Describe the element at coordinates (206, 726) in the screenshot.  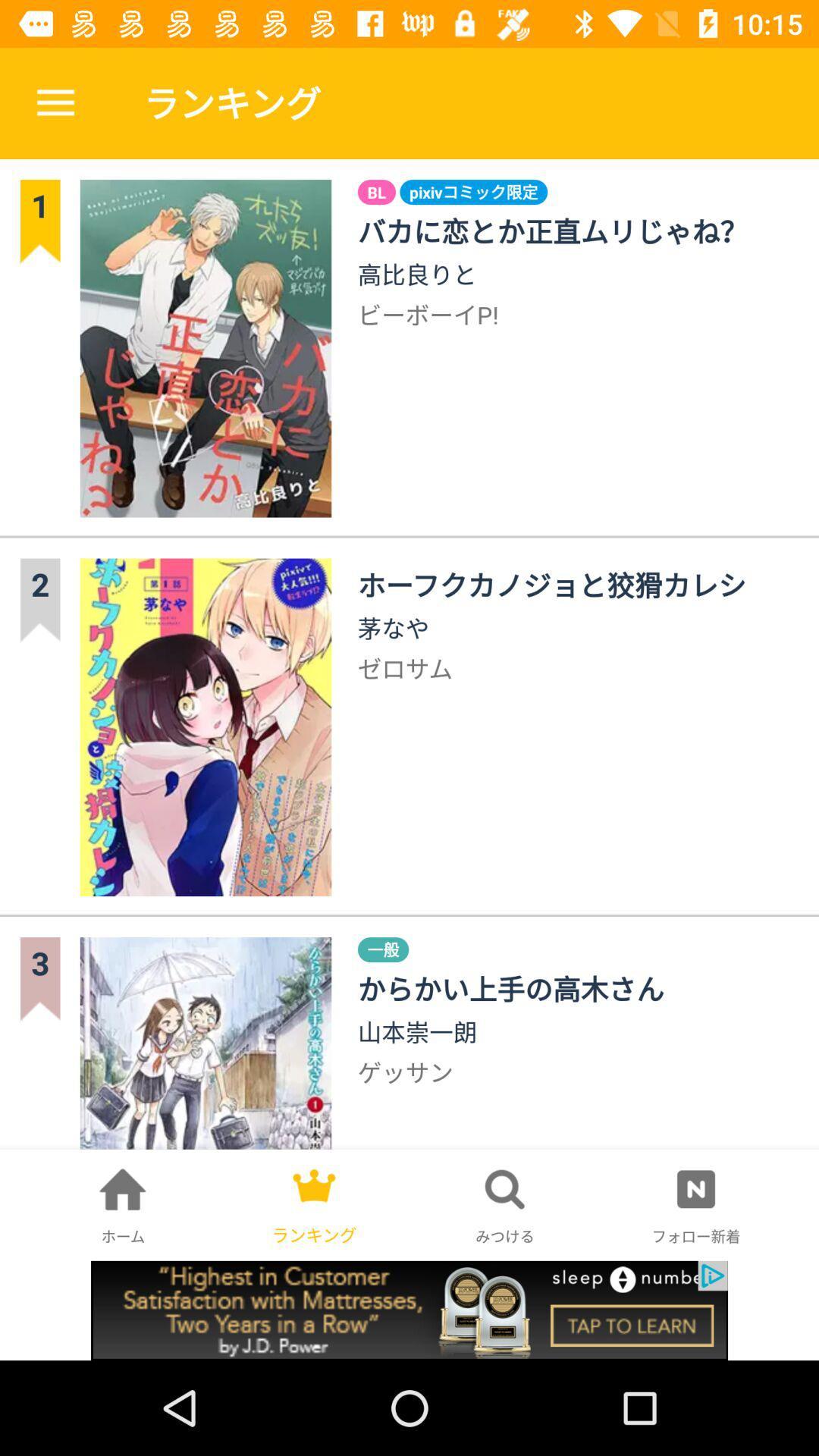
I see `the second image in second row` at that location.